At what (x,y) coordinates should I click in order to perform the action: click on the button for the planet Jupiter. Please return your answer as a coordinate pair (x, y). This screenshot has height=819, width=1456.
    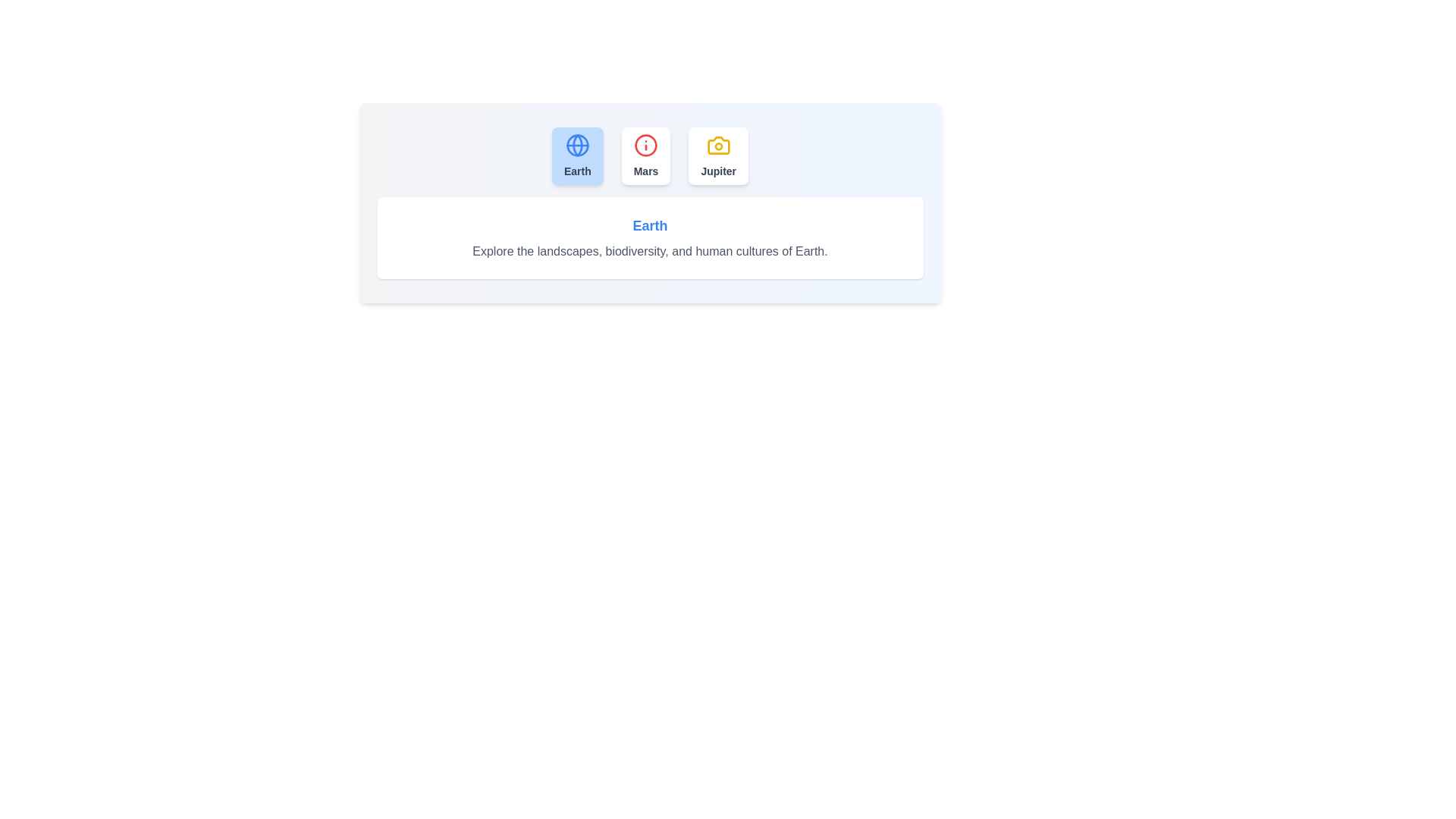
    Looking at the image, I should click on (717, 155).